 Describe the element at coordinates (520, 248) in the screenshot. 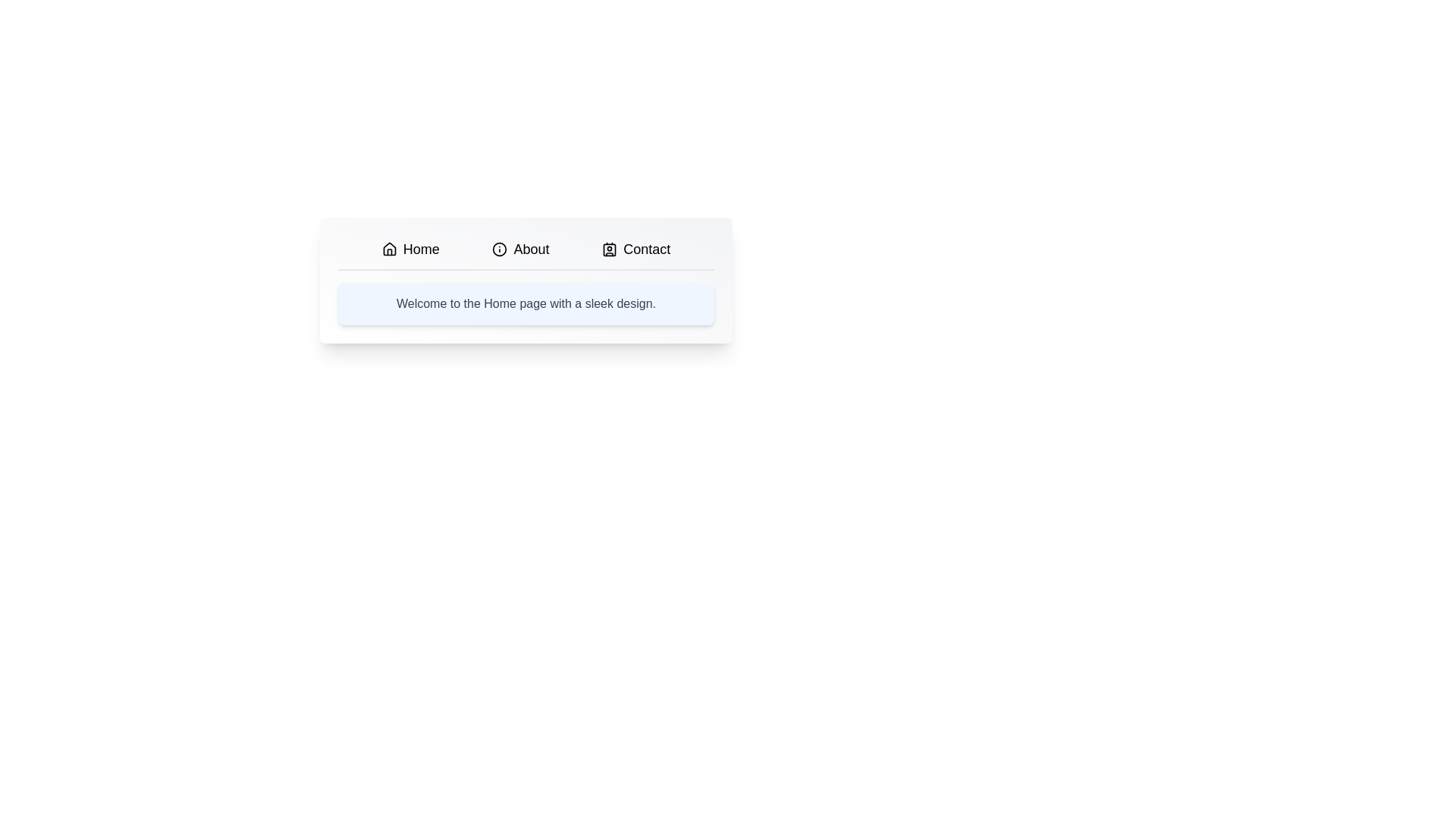

I see `the tab labeled About to observe its hover effect` at that location.